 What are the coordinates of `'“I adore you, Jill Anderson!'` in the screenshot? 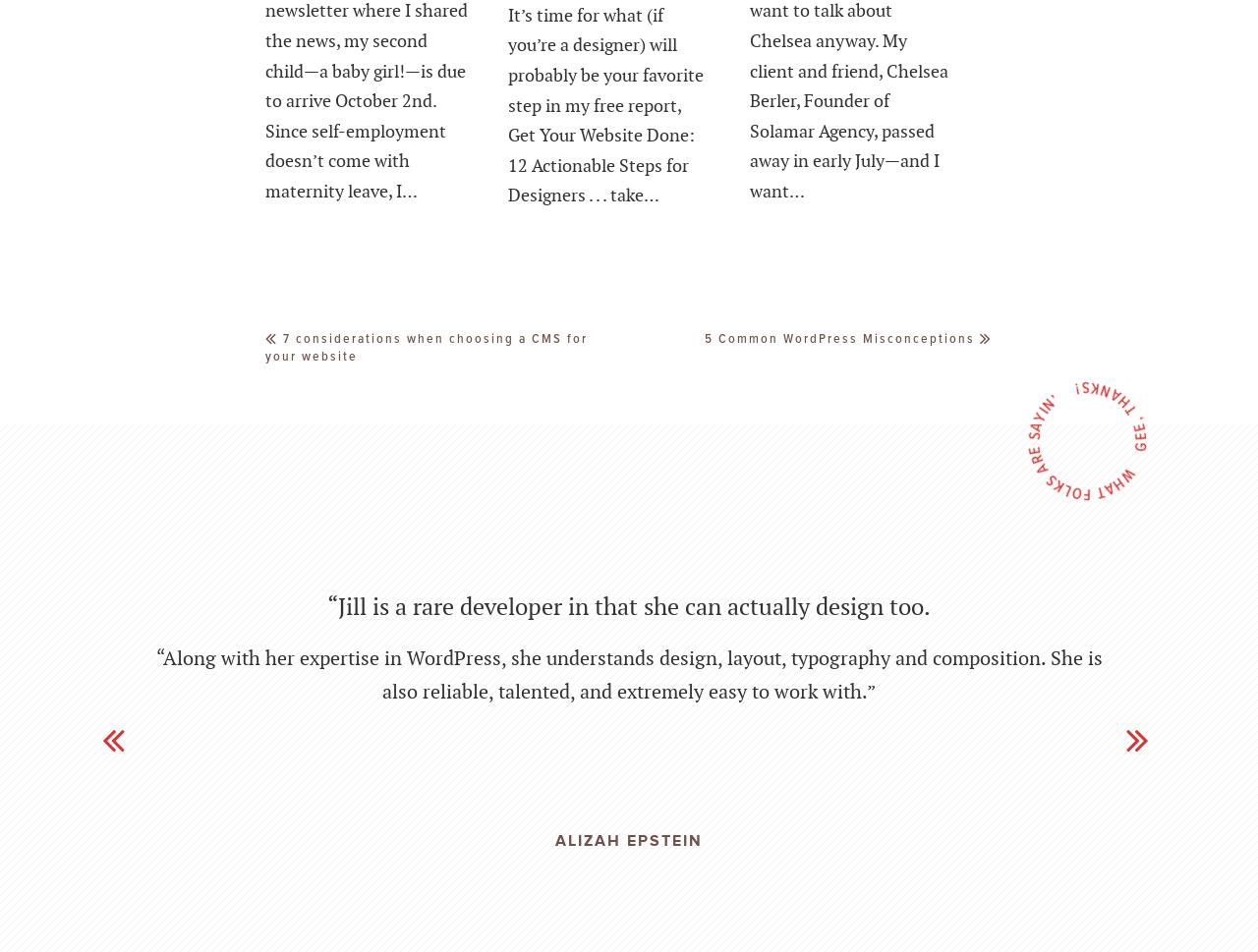 It's located at (627, 562).